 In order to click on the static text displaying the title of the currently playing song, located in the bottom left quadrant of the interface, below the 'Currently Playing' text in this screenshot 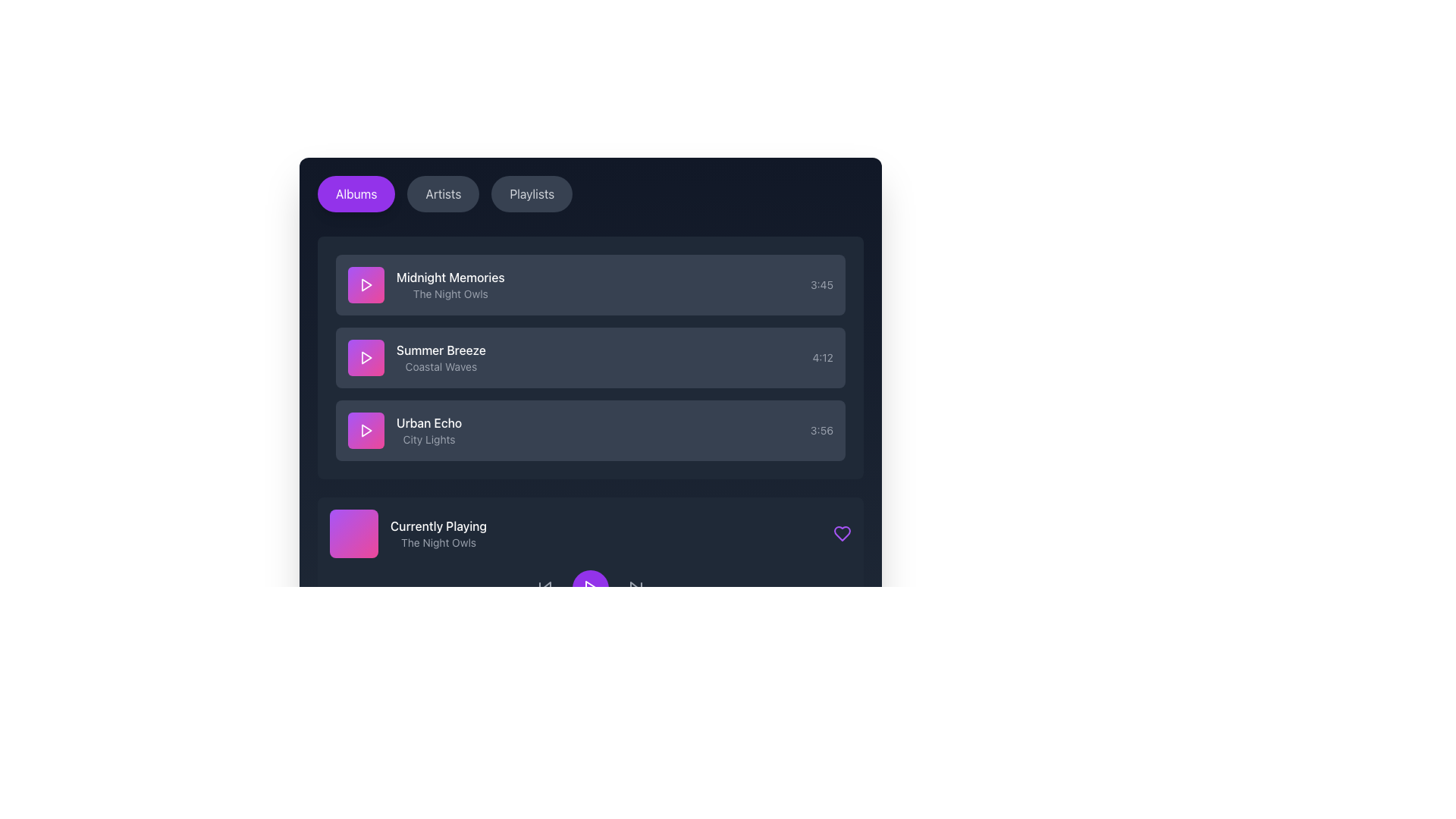, I will do `click(438, 542)`.